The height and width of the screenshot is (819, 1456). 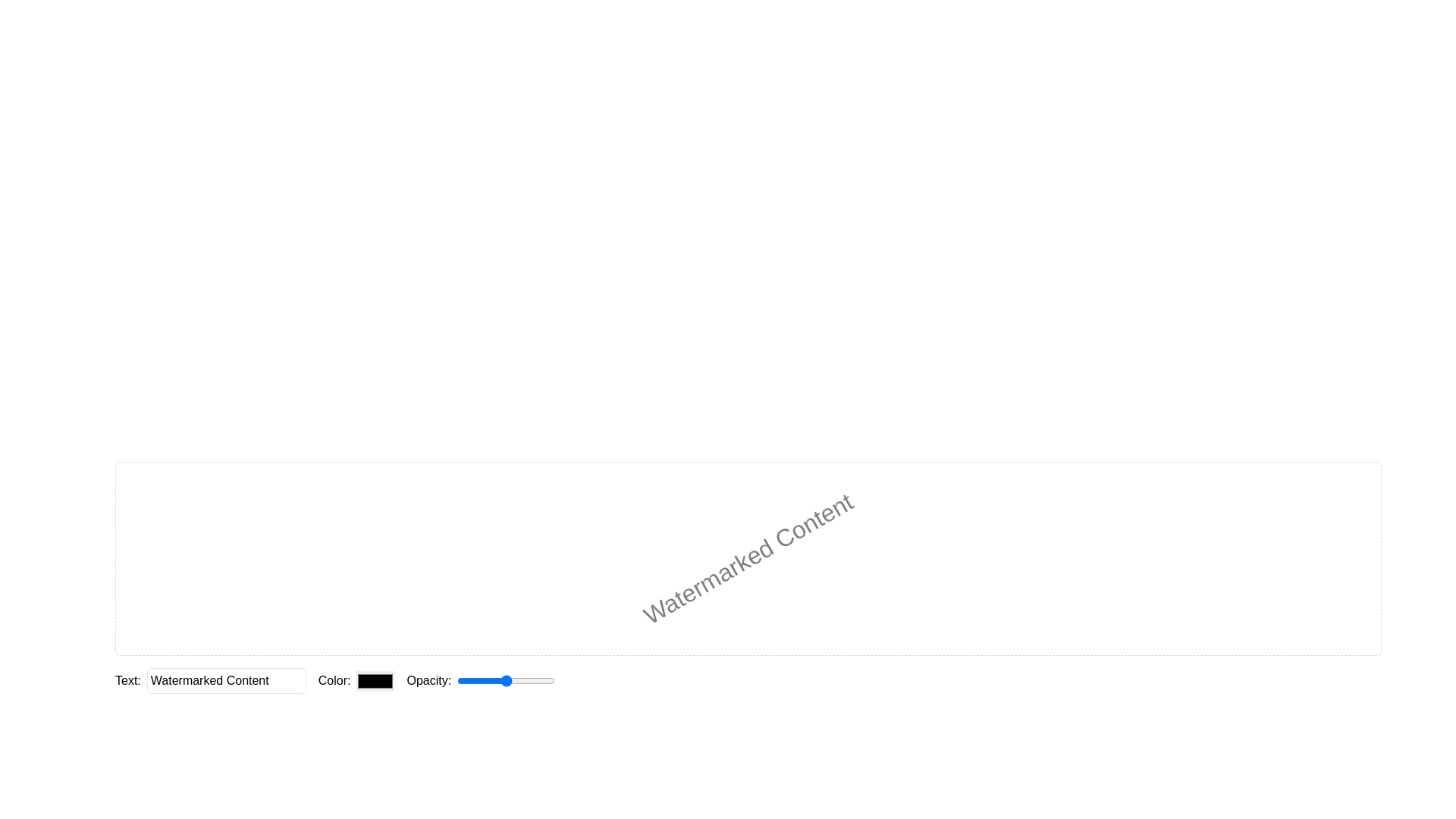 I want to click on the Text Label that indicates the purpose of the associated color picker input field, located to the left of the color picker input field, so click(x=334, y=680).